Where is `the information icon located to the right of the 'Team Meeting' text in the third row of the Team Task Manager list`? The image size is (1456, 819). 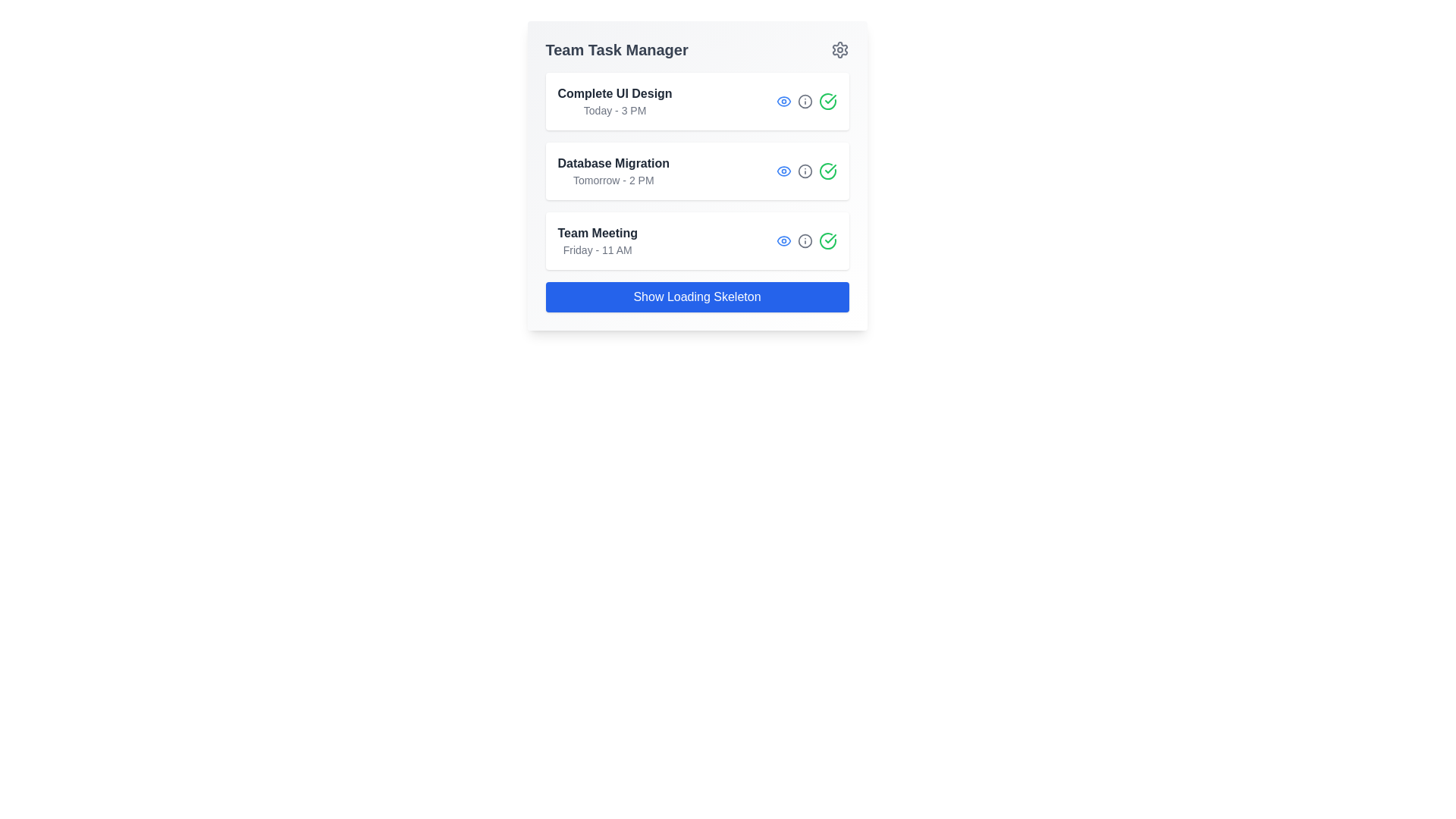 the information icon located to the right of the 'Team Meeting' text in the third row of the Team Task Manager list is located at coordinates (804, 240).